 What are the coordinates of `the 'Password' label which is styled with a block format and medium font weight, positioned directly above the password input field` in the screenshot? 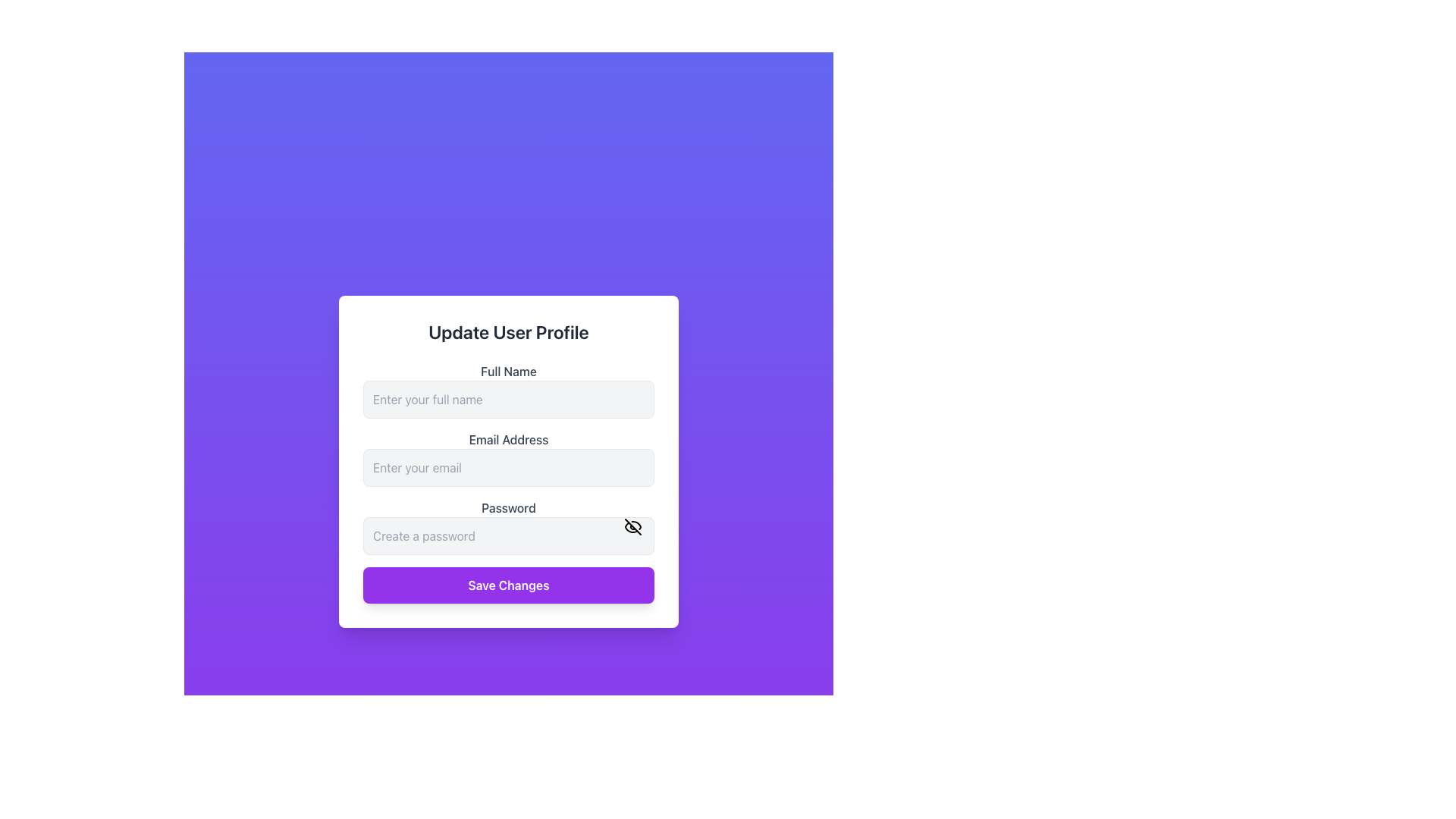 It's located at (509, 508).